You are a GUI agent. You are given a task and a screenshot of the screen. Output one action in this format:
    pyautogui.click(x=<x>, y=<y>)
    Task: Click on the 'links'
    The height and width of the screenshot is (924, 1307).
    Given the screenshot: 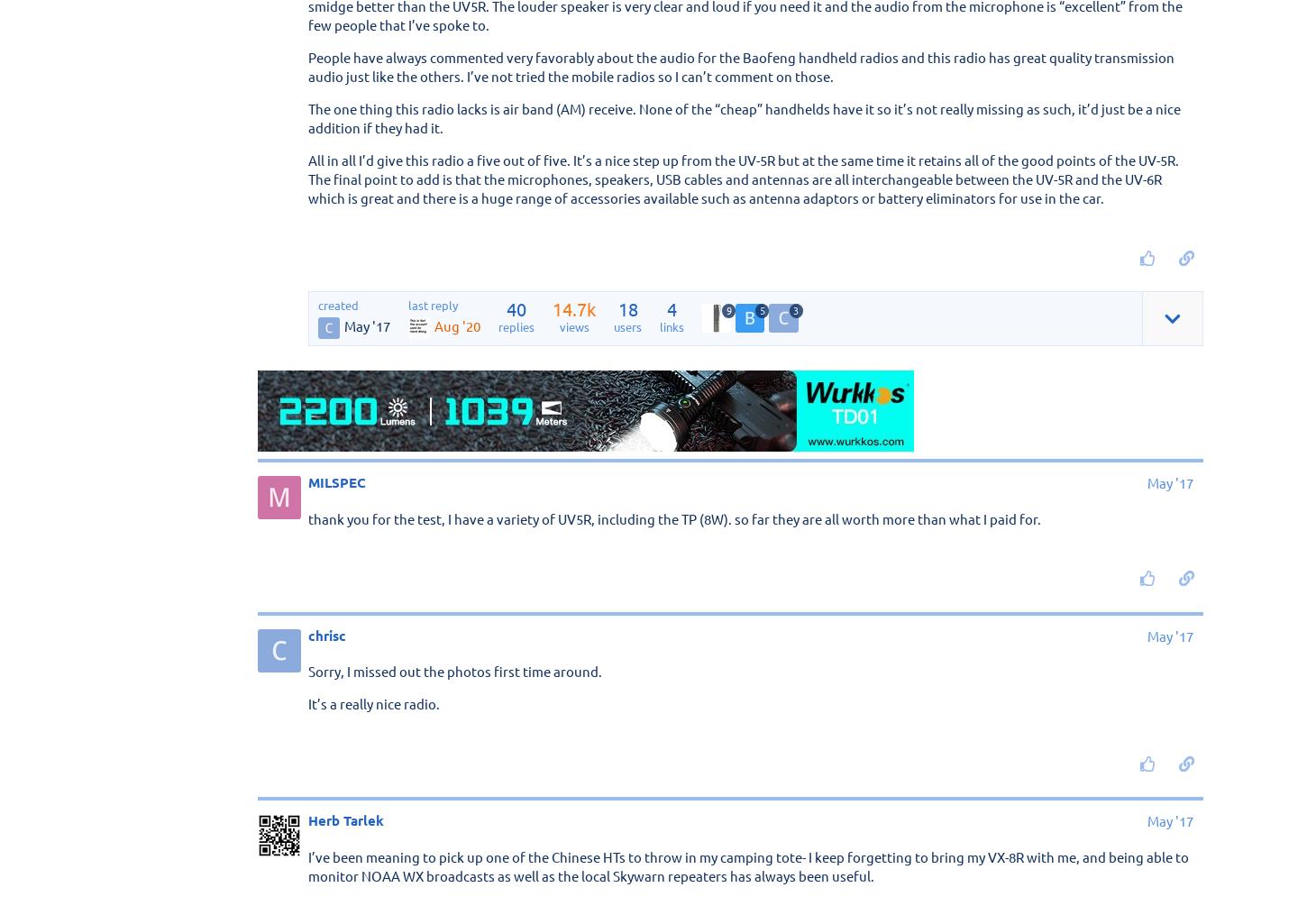 What is the action you would take?
    pyautogui.click(x=659, y=325)
    